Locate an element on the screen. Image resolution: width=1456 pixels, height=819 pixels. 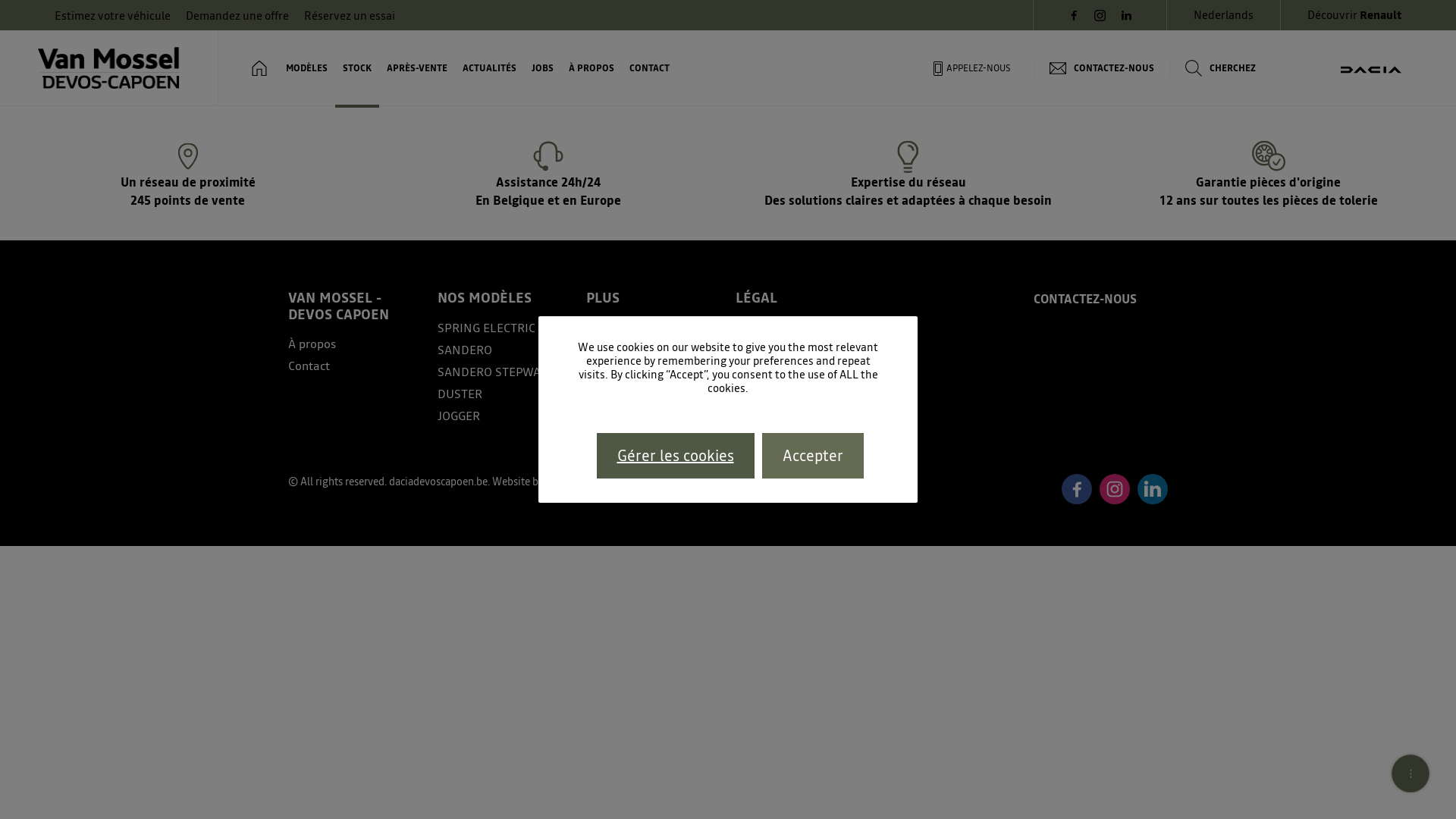
'Demandez une offre' is located at coordinates (184, 15).